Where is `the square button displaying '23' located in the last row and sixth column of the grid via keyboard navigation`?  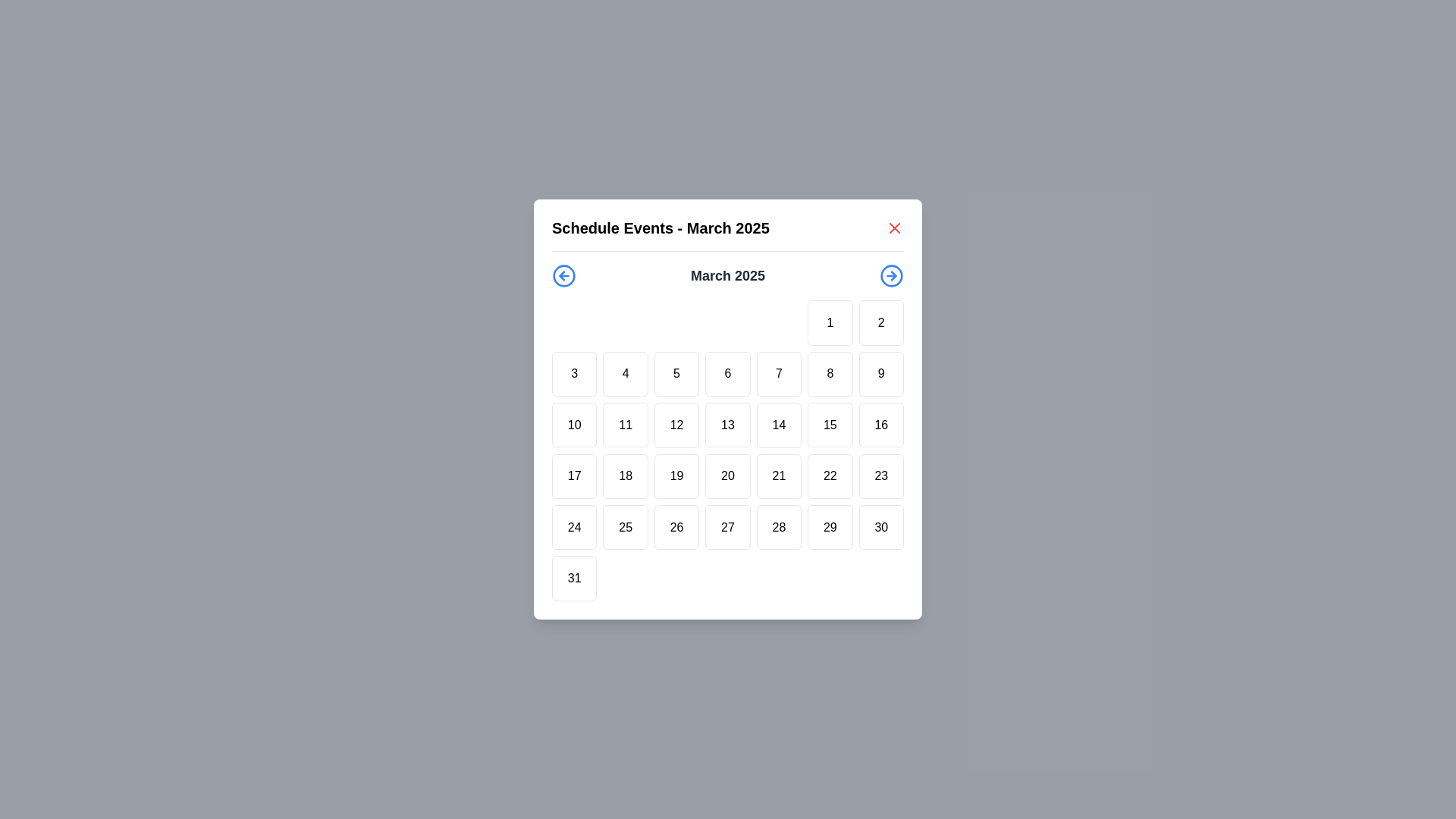 the square button displaying '23' located in the last row and sixth column of the grid via keyboard navigation is located at coordinates (881, 475).